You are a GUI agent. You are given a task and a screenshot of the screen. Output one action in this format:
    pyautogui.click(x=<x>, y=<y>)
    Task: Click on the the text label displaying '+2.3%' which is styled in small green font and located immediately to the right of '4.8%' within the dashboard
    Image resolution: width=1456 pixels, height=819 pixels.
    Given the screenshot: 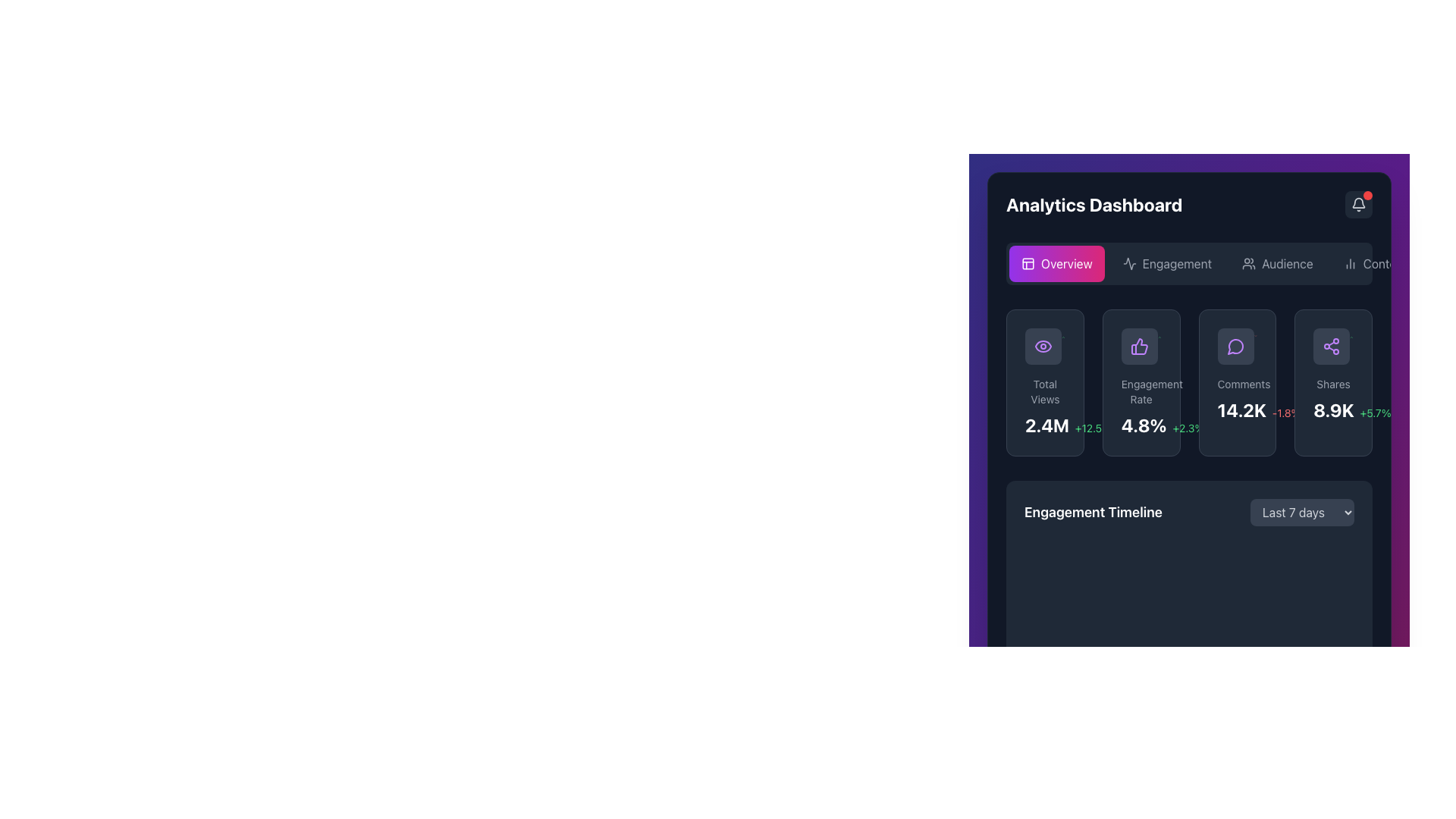 What is the action you would take?
    pyautogui.click(x=1188, y=428)
    